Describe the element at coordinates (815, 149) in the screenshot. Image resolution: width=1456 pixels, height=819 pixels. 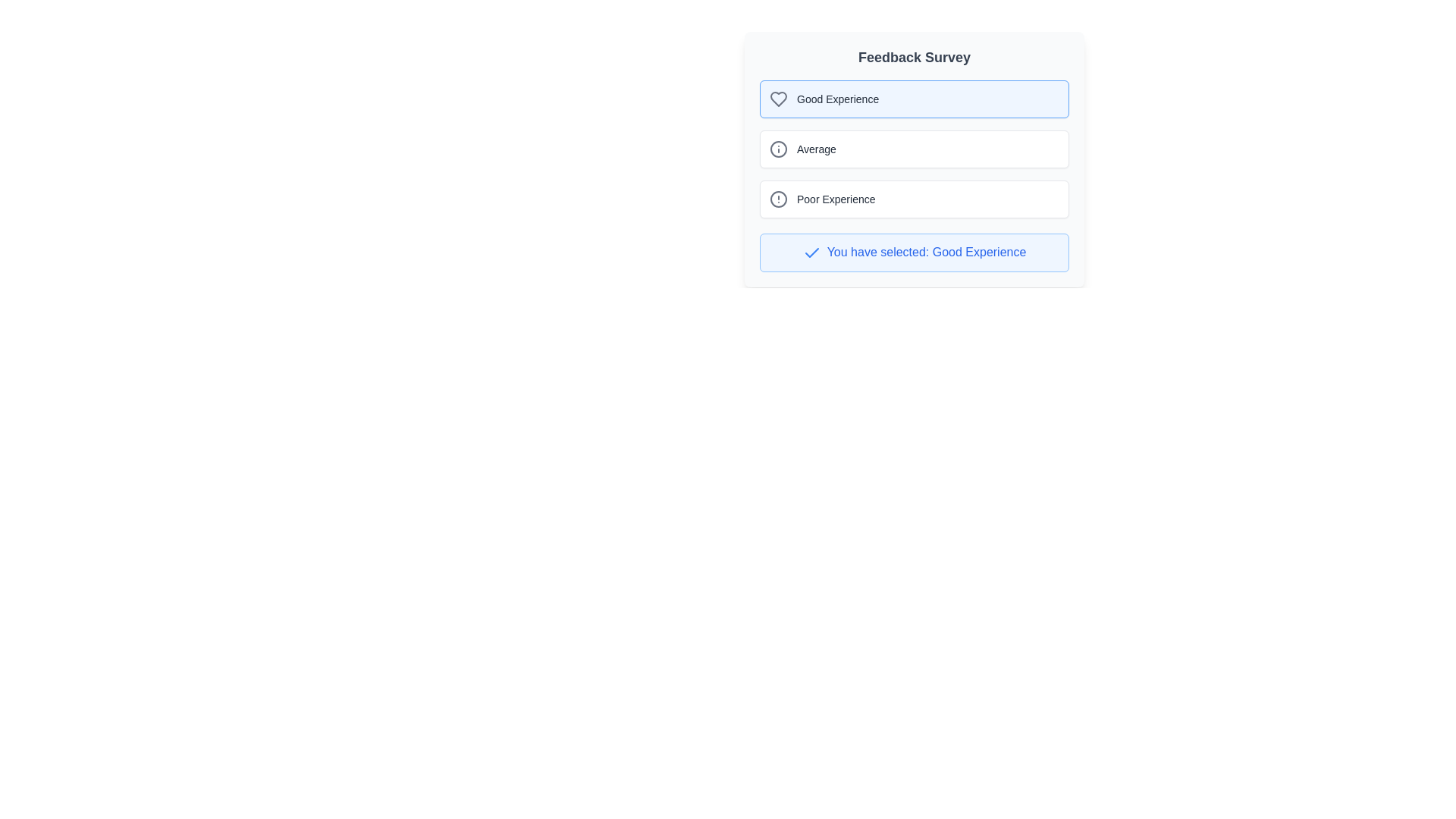
I see `the static text label for 'Average' experience quality in the feedback survey, positioned to the right of the circular 'i' icon` at that location.